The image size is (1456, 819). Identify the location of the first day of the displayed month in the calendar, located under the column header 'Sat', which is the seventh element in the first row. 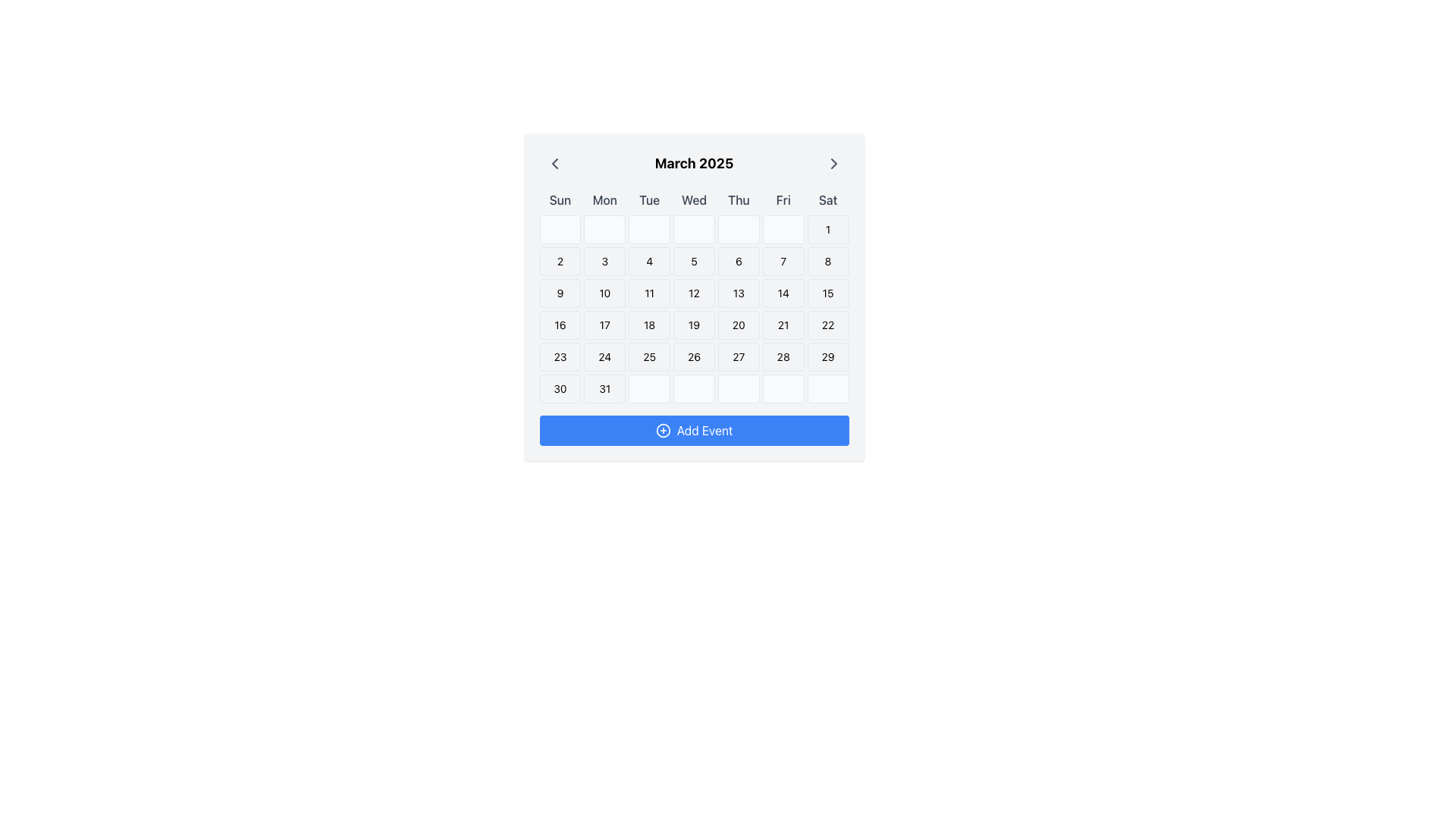
(827, 230).